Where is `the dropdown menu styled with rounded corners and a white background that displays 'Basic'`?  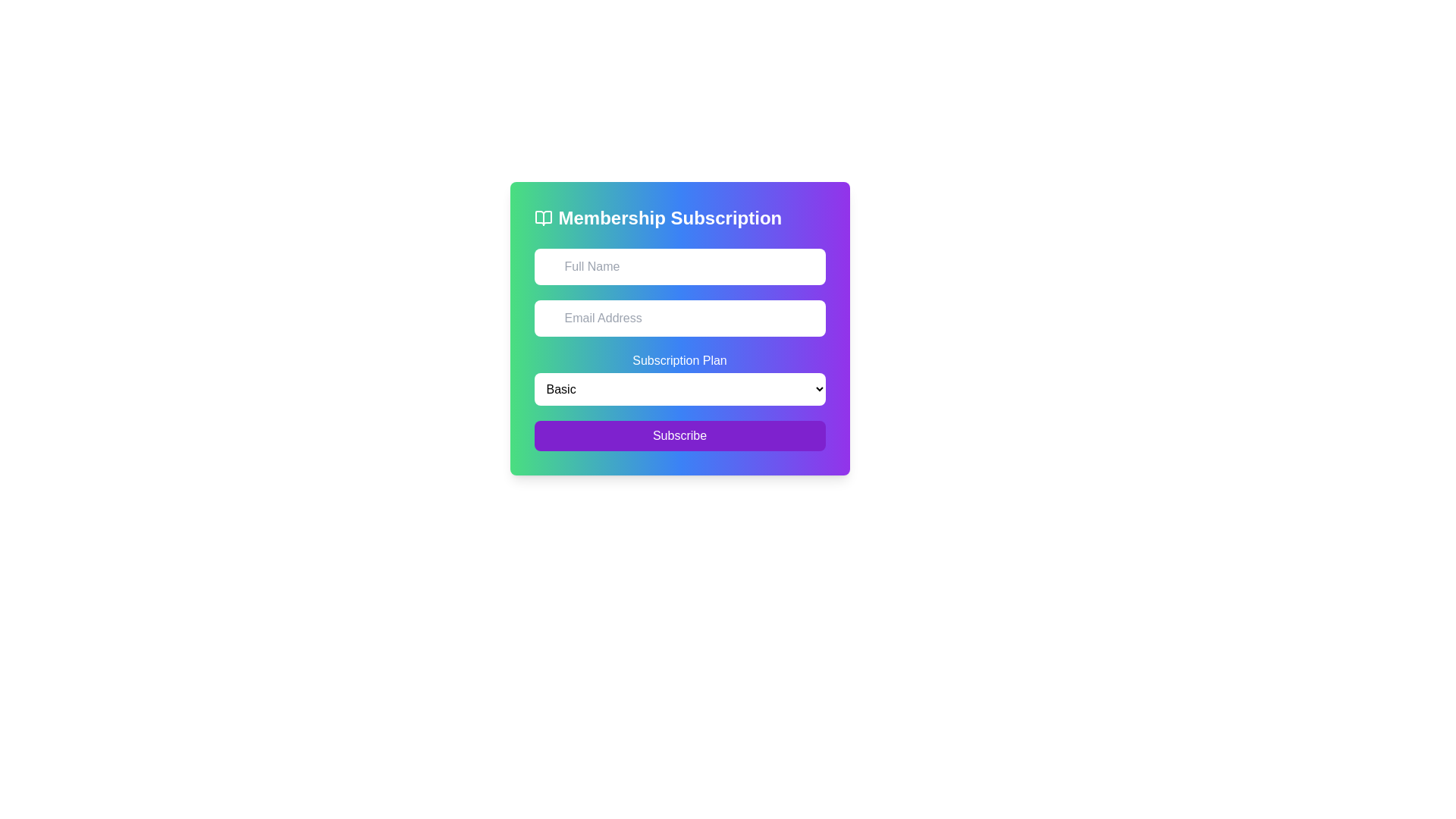 the dropdown menu styled with rounded corners and a white background that displays 'Basic' is located at coordinates (679, 388).